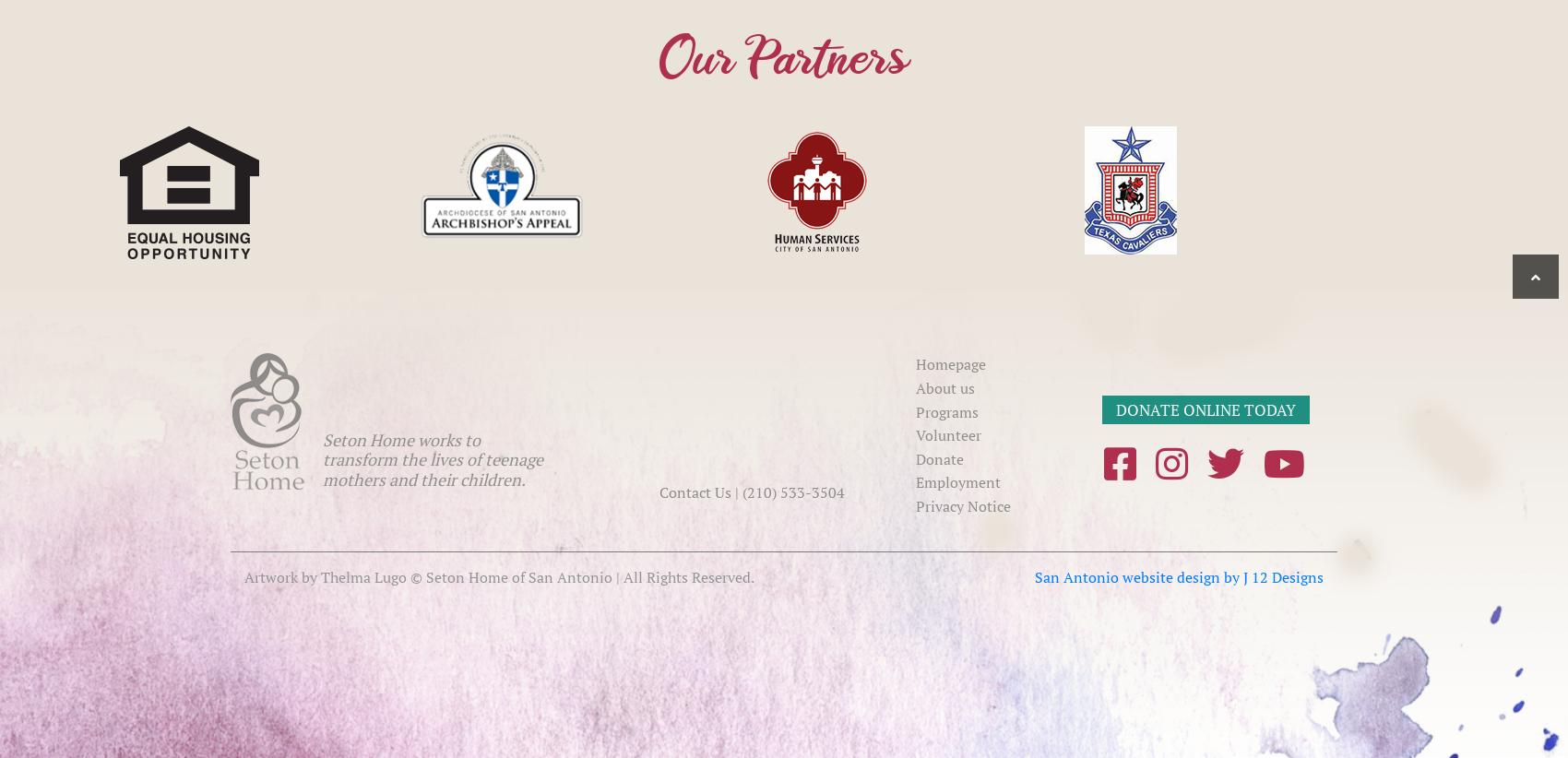 The width and height of the screenshot is (1568, 758). I want to click on 'Donate', so click(937, 456).